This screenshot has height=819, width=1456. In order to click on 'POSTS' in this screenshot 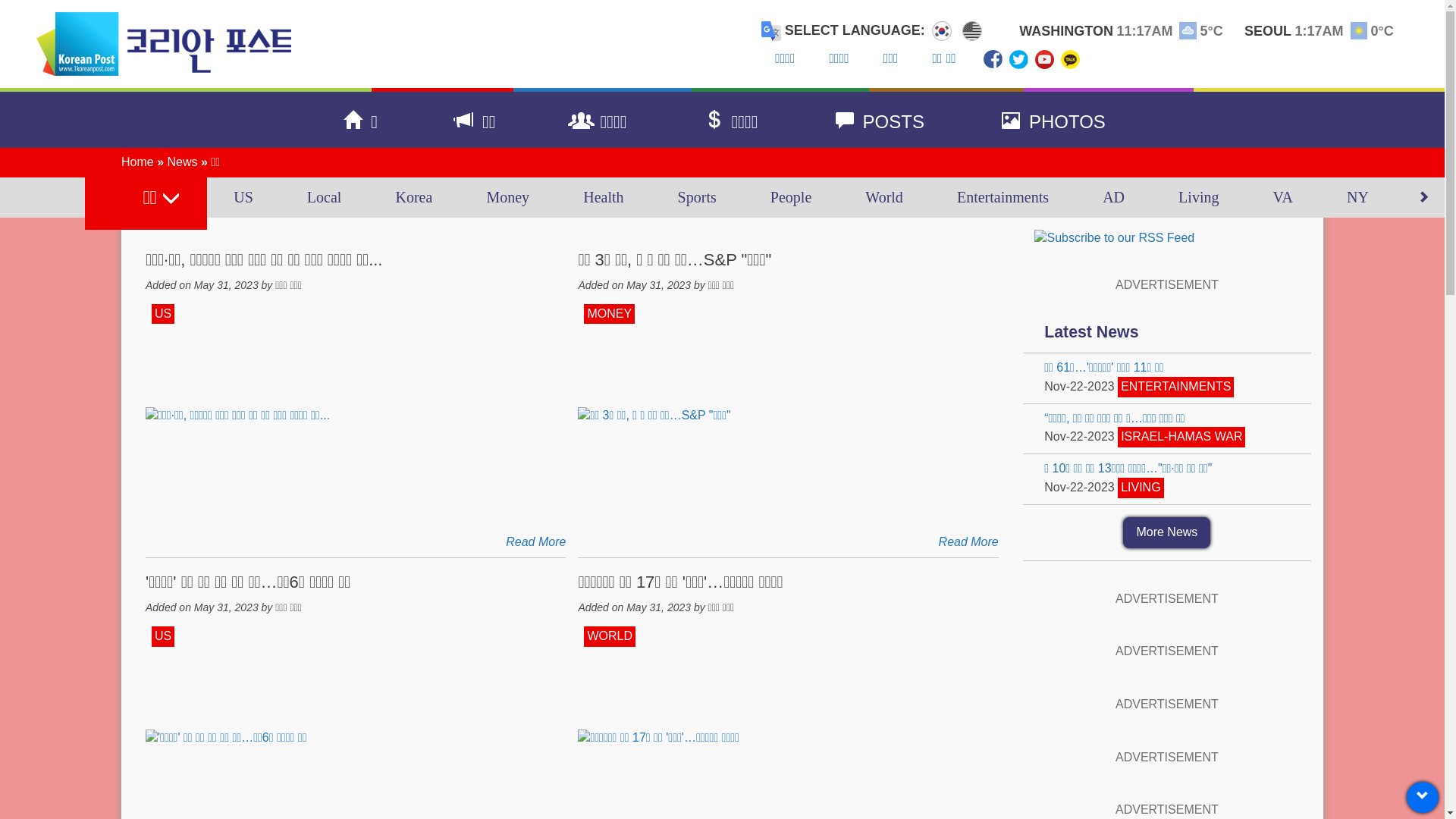, I will do `click(877, 119)`.